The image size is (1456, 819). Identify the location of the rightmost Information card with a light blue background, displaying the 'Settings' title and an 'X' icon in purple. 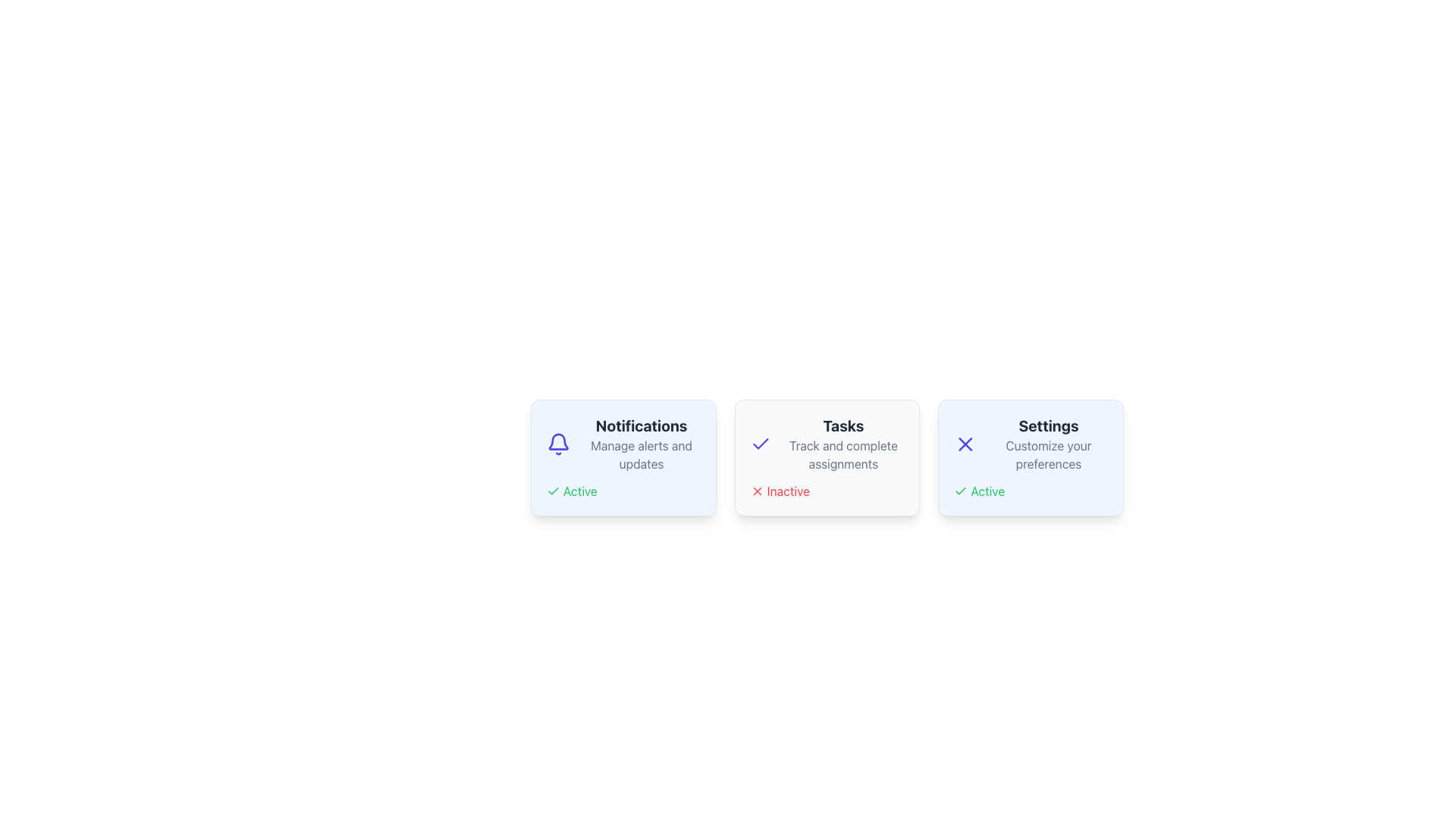
(1030, 457).